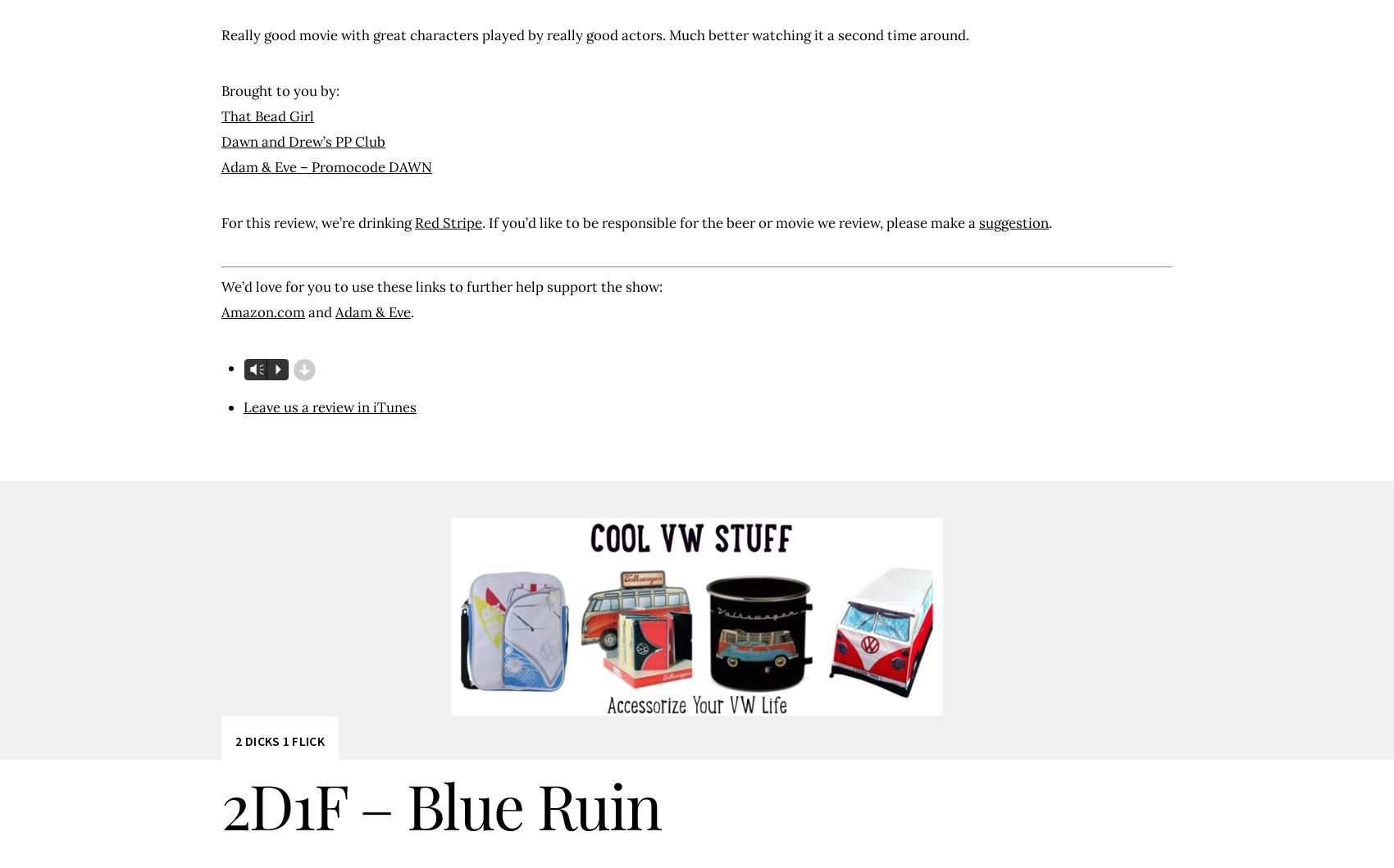 The height and width of the screenshot is (868, 1394). What do you see at coordinates (266, 114) in the screenshot?
I see `'That Bead Girl'` at bounding box center [266, 114].